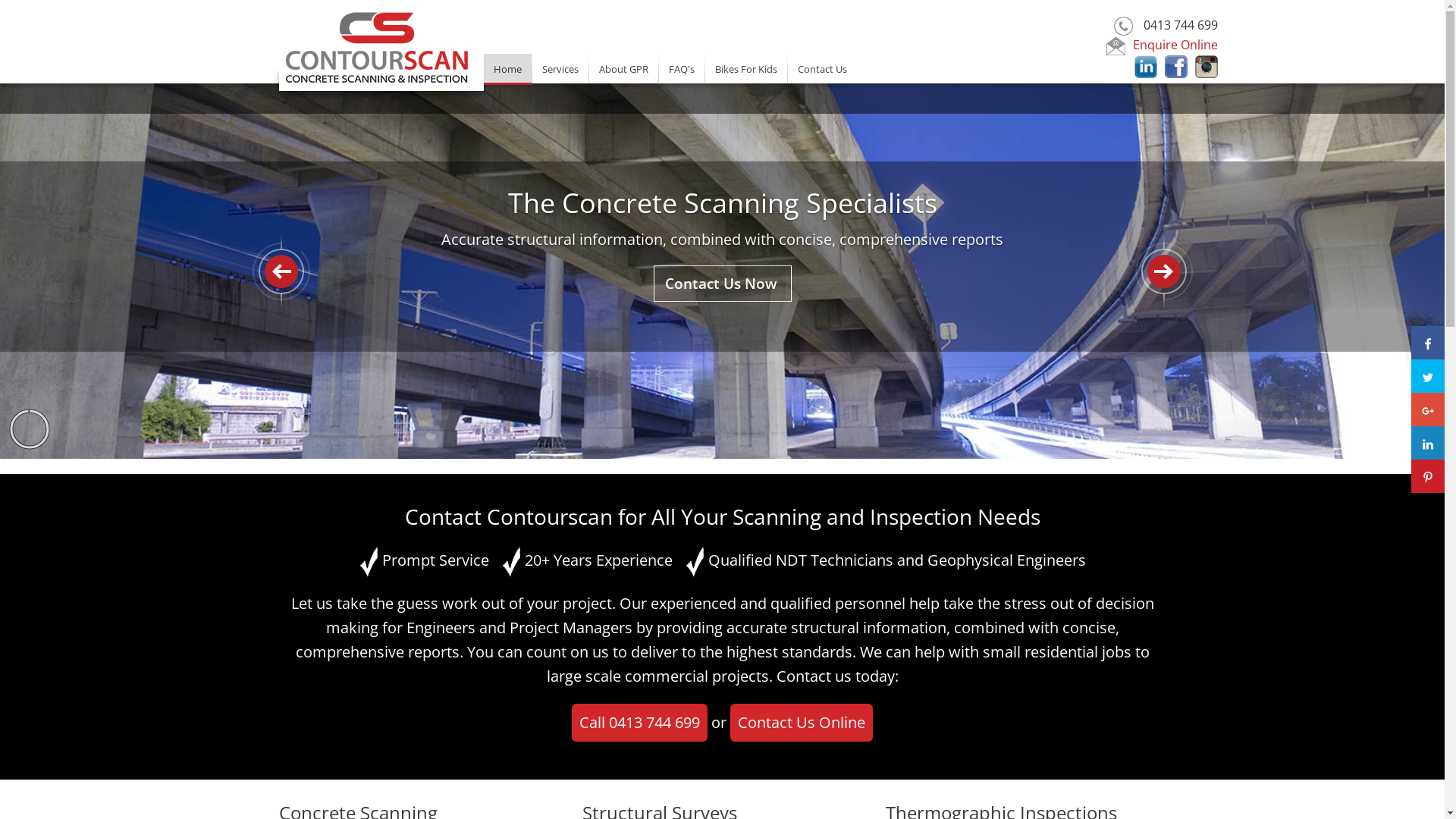 The width and height of the screenshot is (1456, 819). What do you see at coordinates (679, 67) in the screenshot?
I see `'FAQ's'` at bounding box center [679, 67].